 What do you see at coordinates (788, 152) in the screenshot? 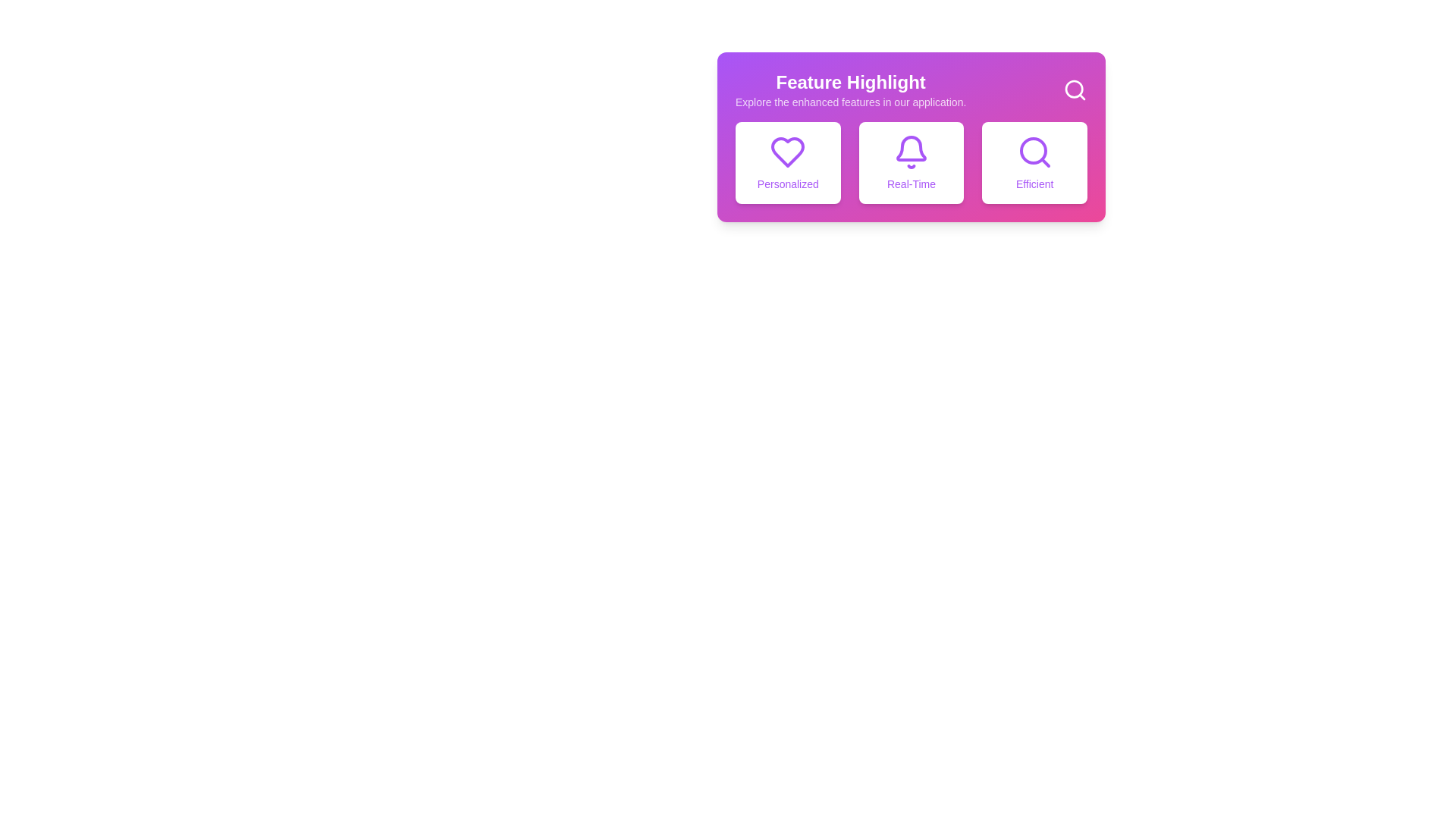
I see `the heart icon located in the first rectangular section under the 'Feature Highlight' title` at bounding box center [788, 152].